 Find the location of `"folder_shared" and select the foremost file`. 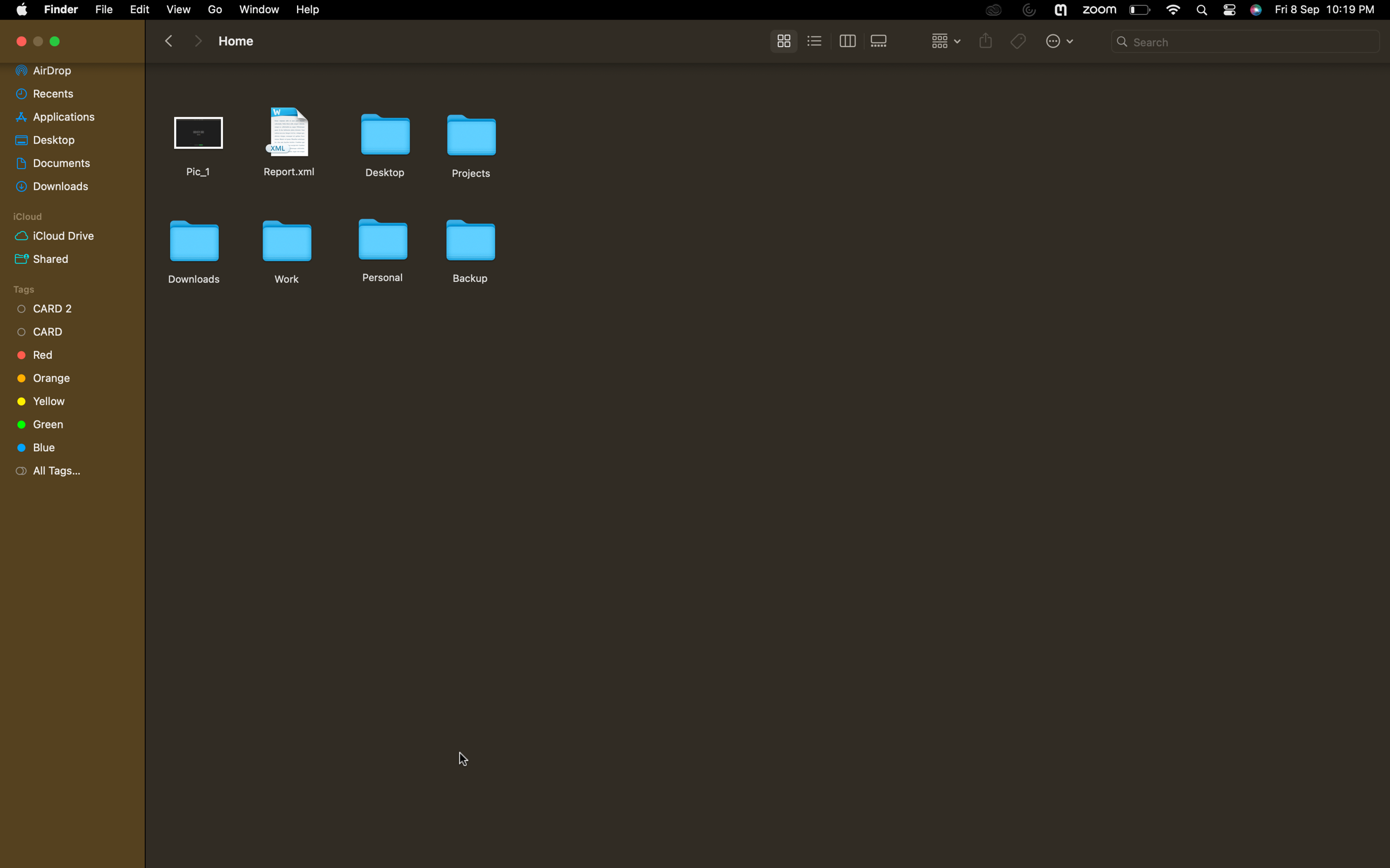

"folder_shared" and select the foremost file is located at coordinates (67, 257).